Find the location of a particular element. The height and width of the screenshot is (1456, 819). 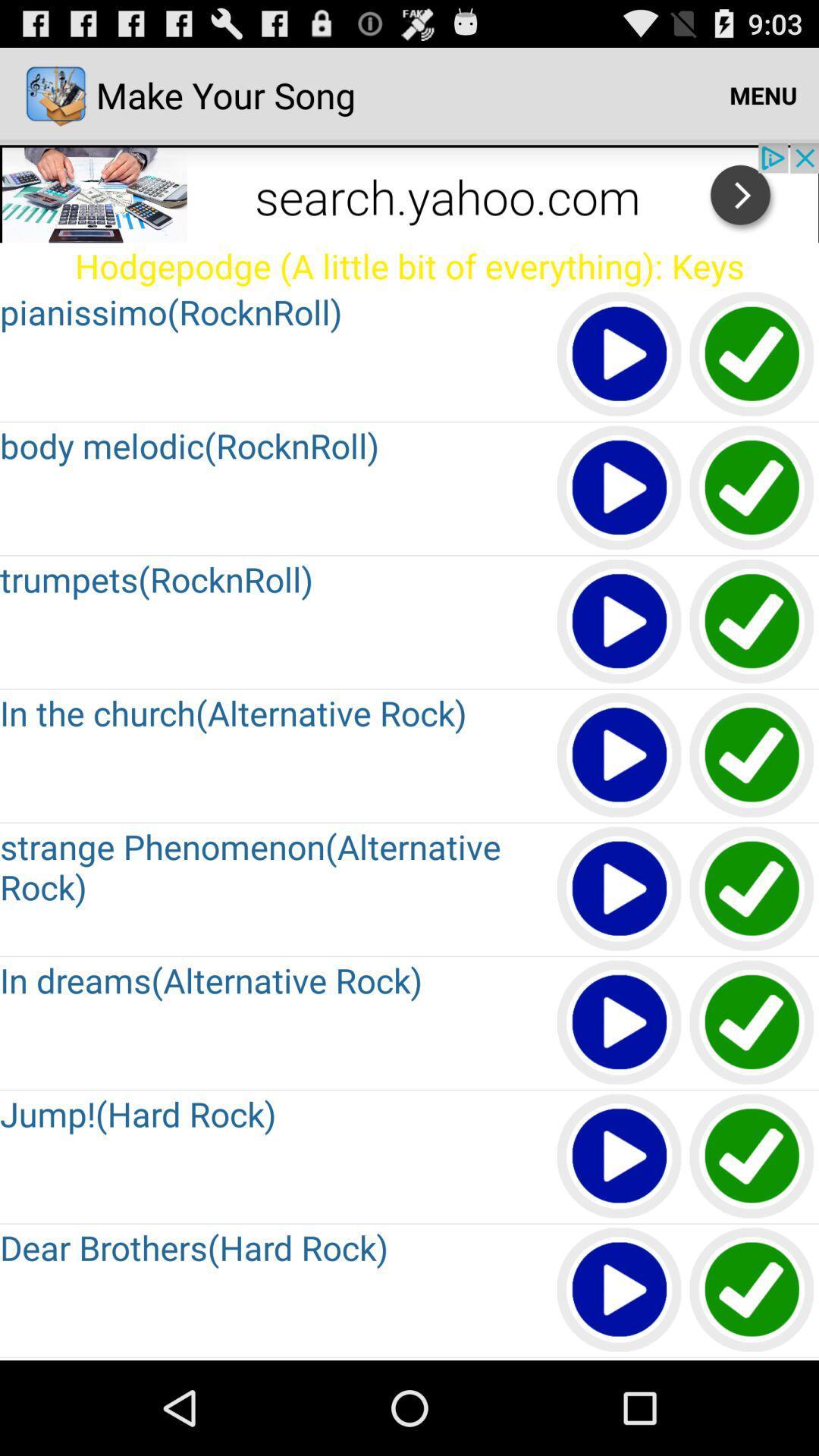

button is located at coordinates (620, 622).